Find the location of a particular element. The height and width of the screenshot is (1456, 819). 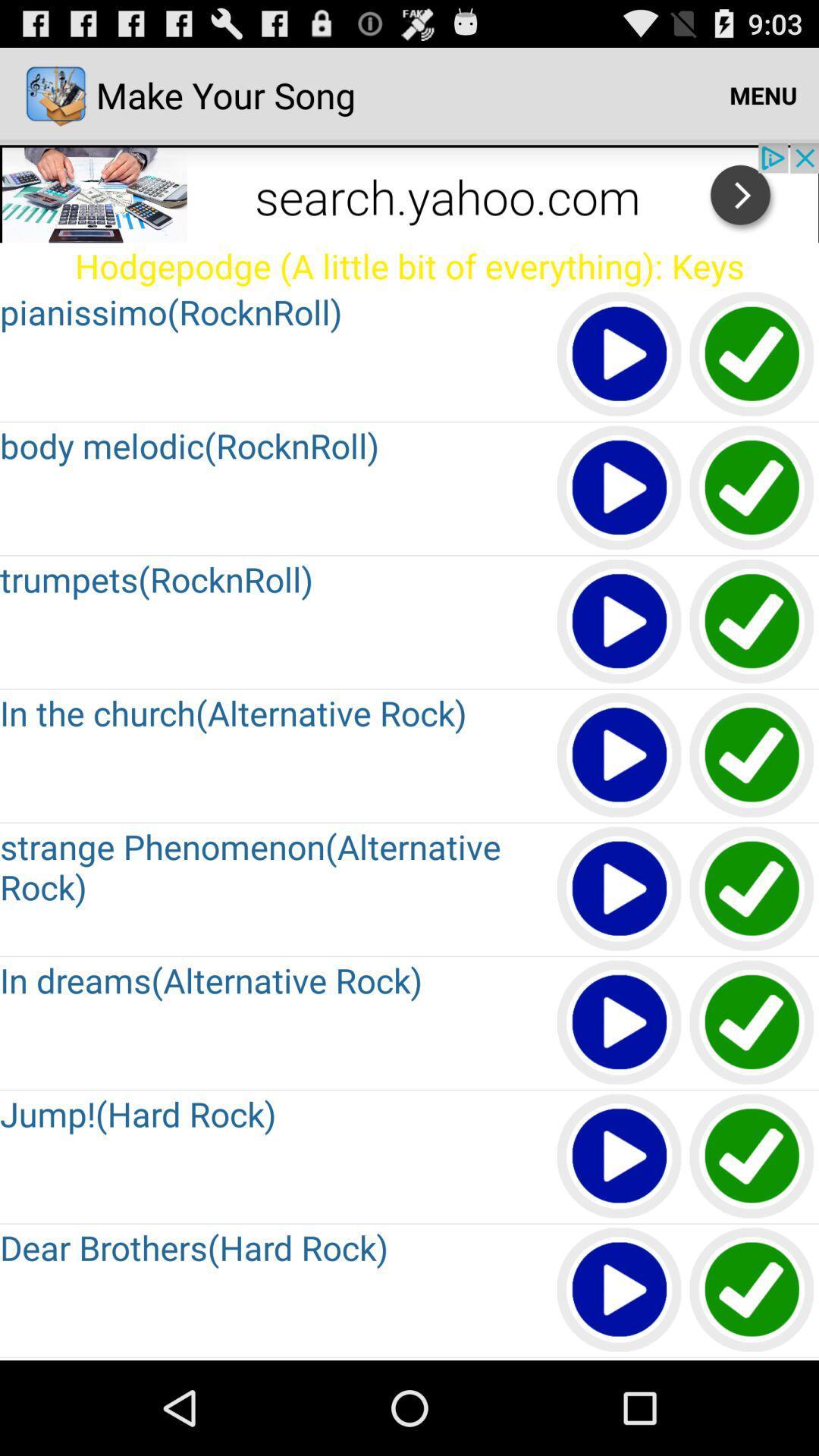

button is located at coordinates (620, 622).